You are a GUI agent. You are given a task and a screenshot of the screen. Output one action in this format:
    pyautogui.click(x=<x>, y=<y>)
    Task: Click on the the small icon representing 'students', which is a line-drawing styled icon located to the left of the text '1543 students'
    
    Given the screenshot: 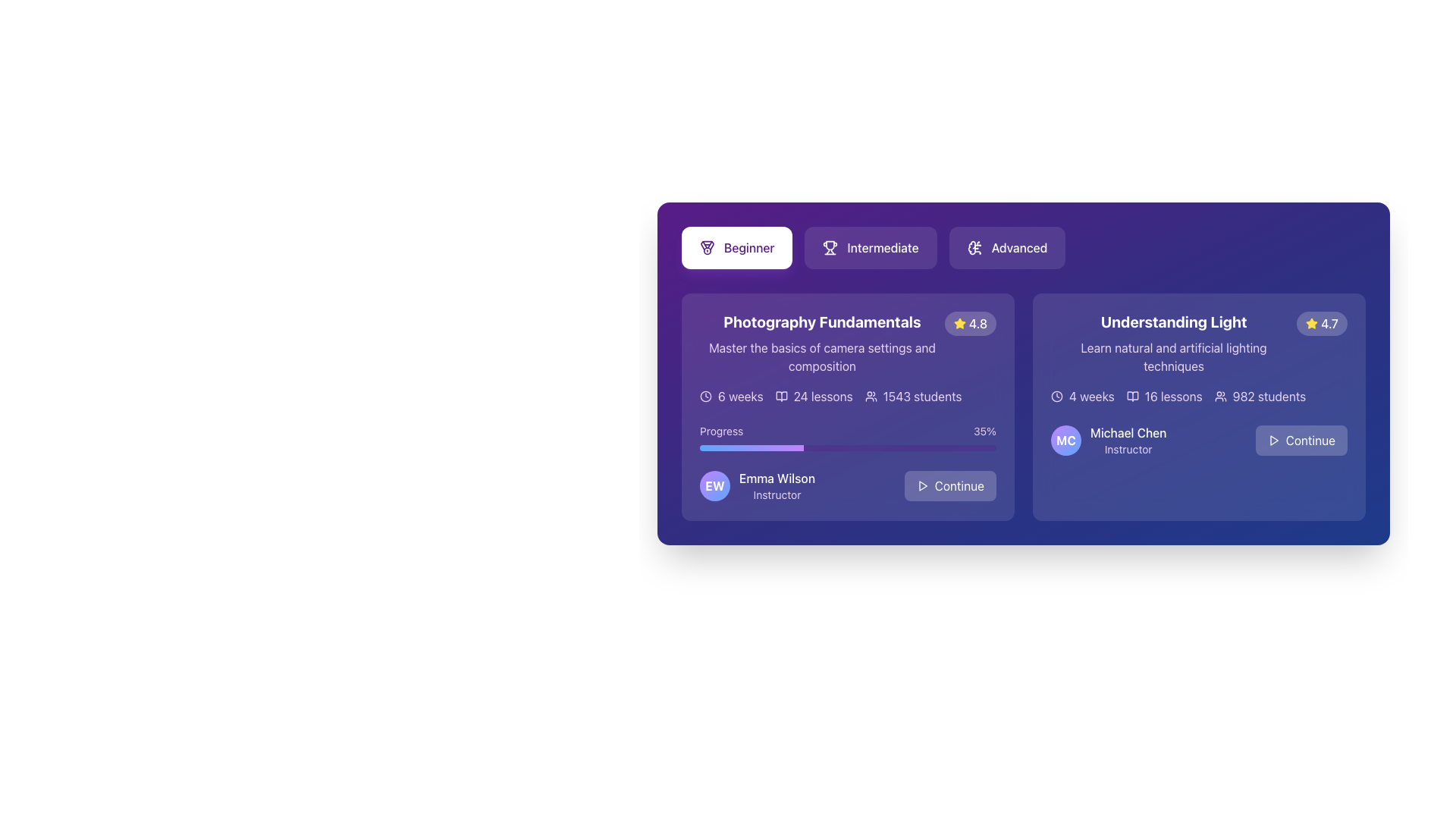 What is the action you would take?
    pyautogui.click(x=871, y=396)
    